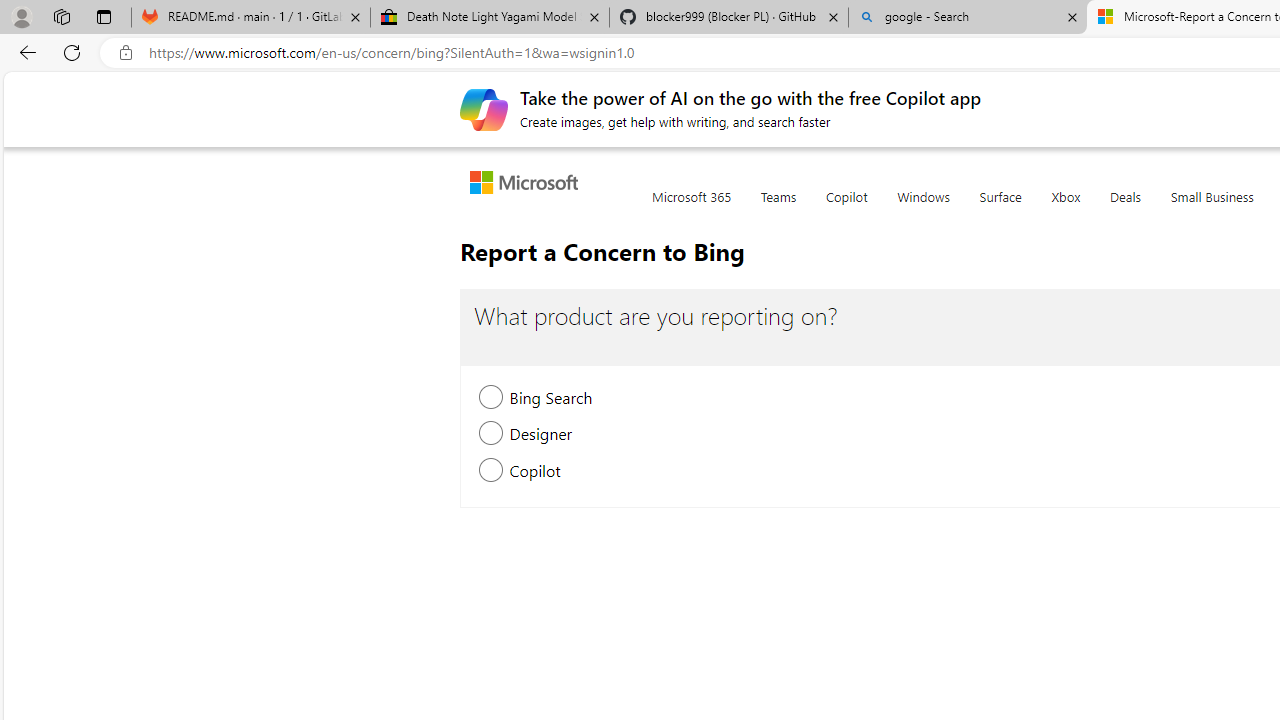  Describe the element at coordinates (491, 471) in the screenshot. I see `'Copilot, new section will be expanded'` at that location.